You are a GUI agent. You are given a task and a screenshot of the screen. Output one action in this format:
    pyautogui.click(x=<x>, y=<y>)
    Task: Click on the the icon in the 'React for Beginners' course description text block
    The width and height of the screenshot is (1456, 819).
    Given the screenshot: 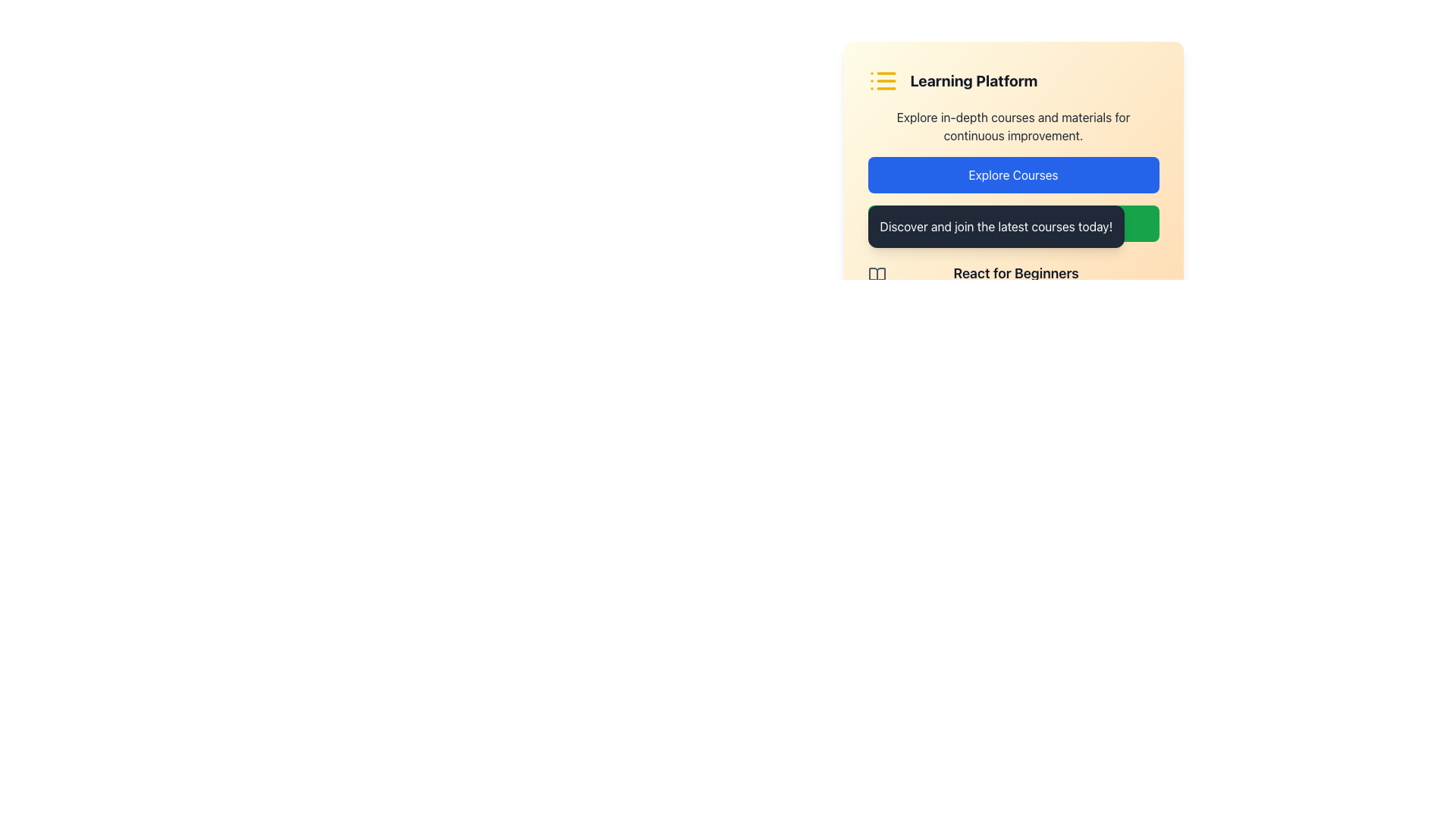 What is the action you would take?
    pyautogui.click(x=1013, y=281)
    